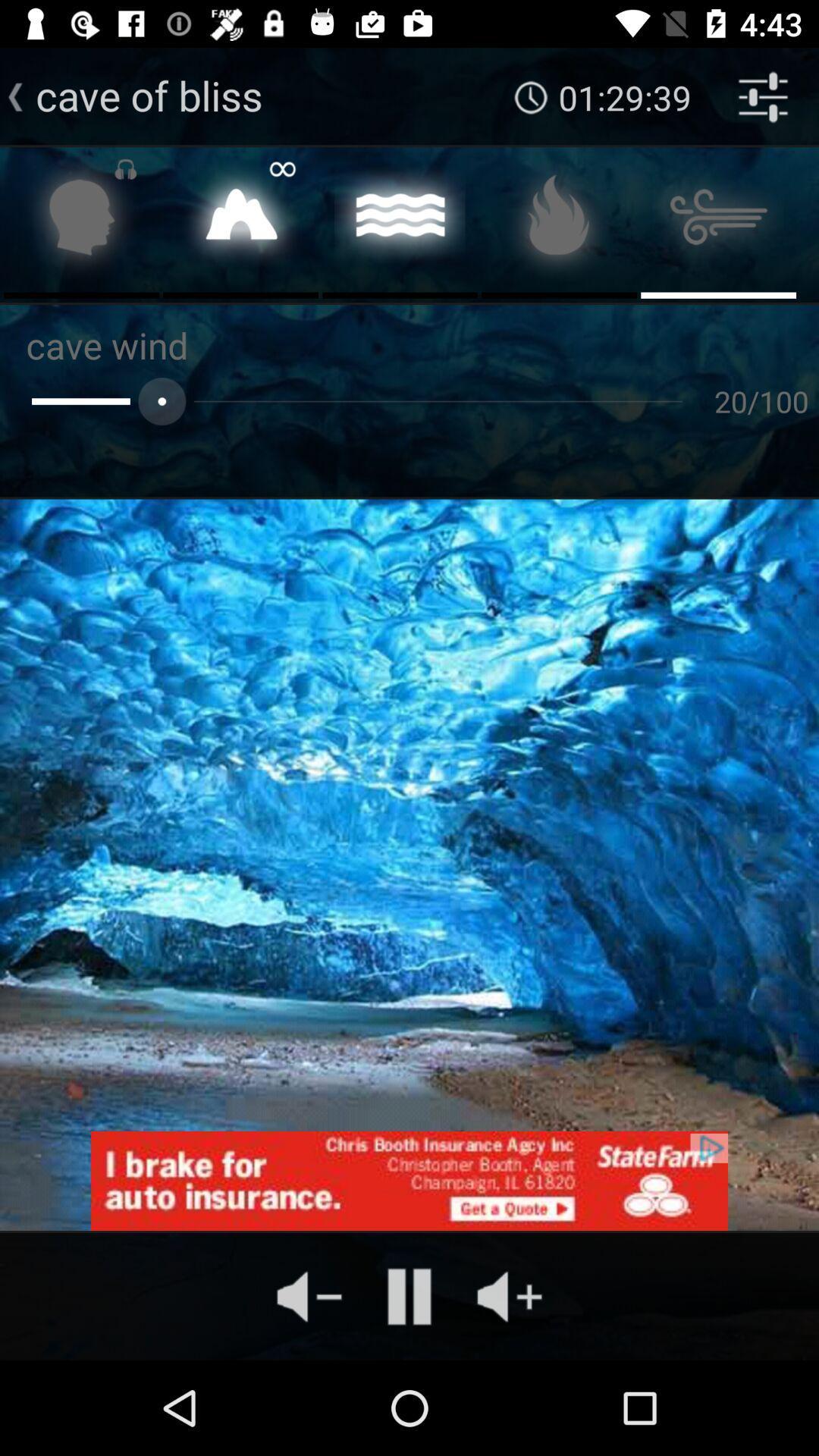 The width and height of the screenshot is (819, 1456). I want to click on the arrow_backward icon, so click(15, 96).